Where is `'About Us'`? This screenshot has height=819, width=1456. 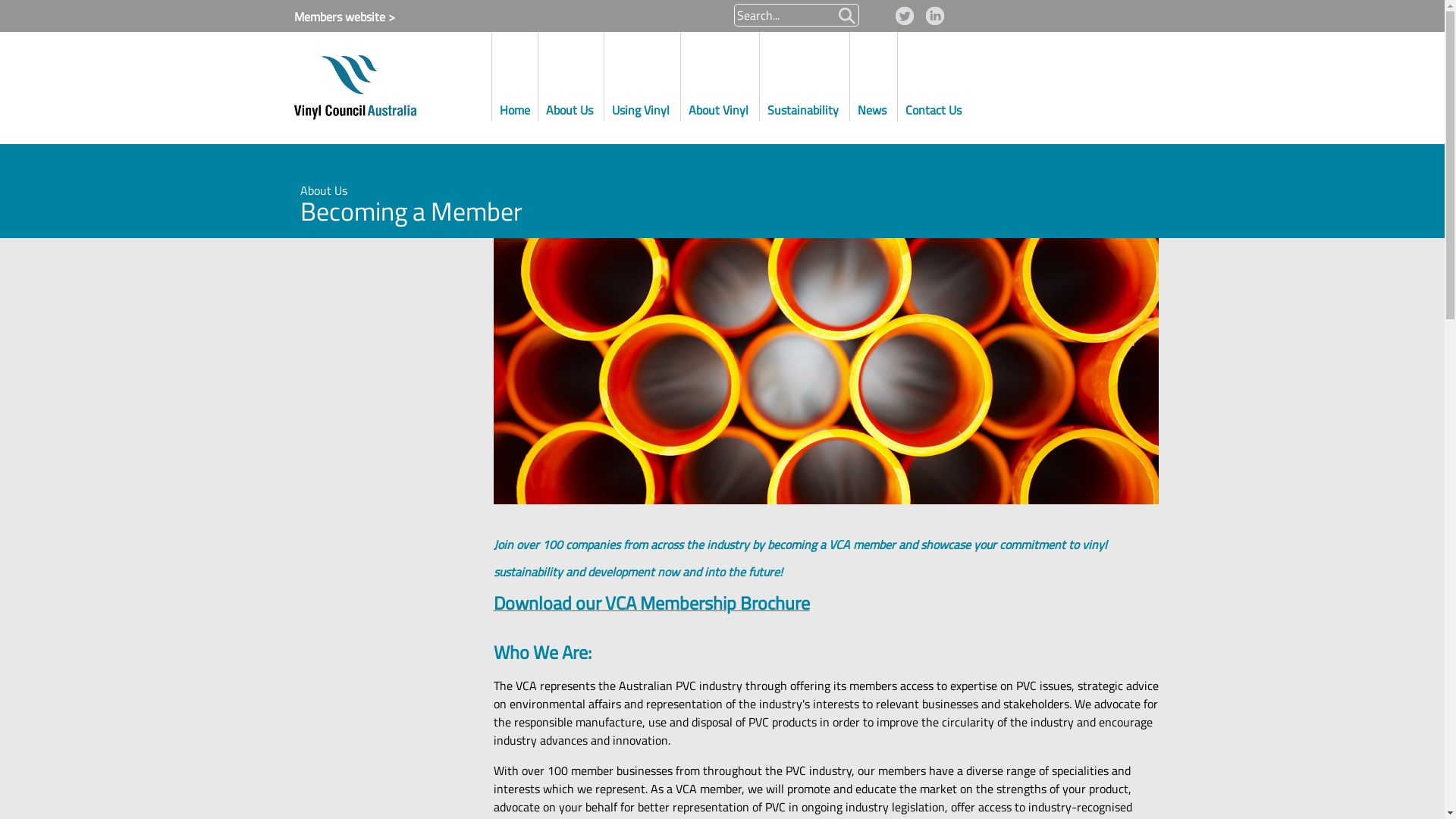 'About Us' is located at coordinates (570, 74).